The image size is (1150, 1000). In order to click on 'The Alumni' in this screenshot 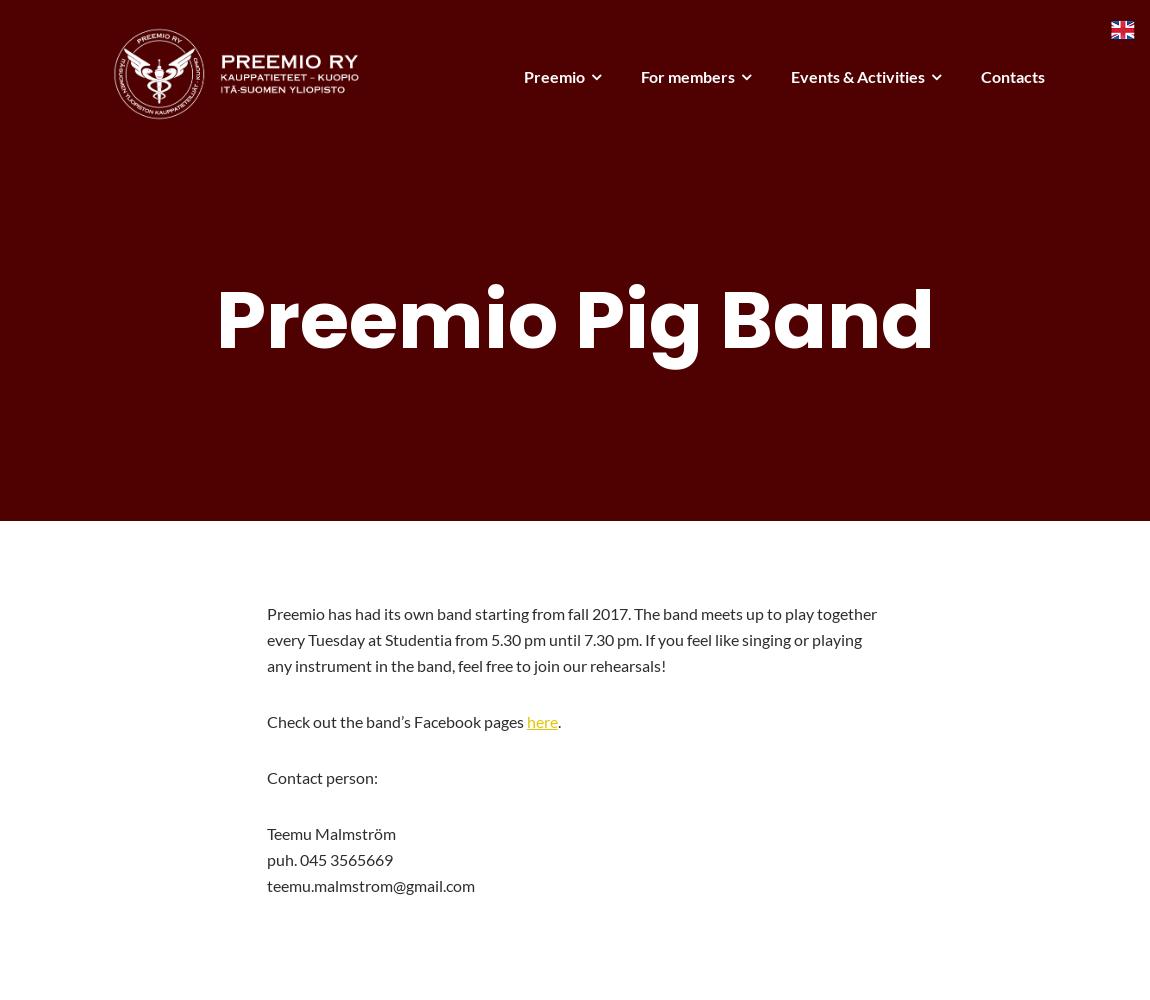, I will do `click(507, 173)`.